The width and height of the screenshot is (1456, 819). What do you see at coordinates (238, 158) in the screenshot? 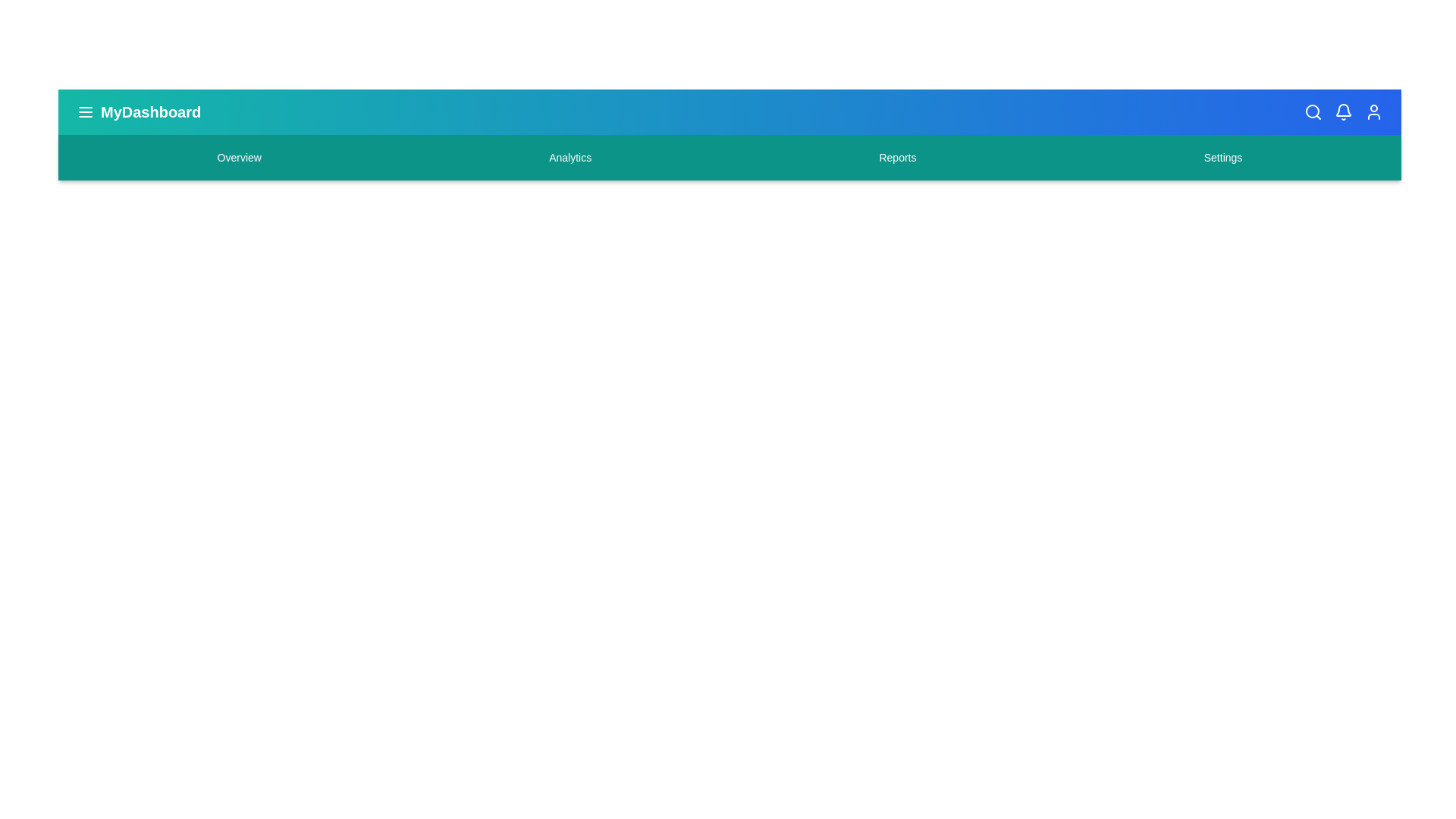
I see `the Overview navigation menu item` at bounding box center [238, 158].